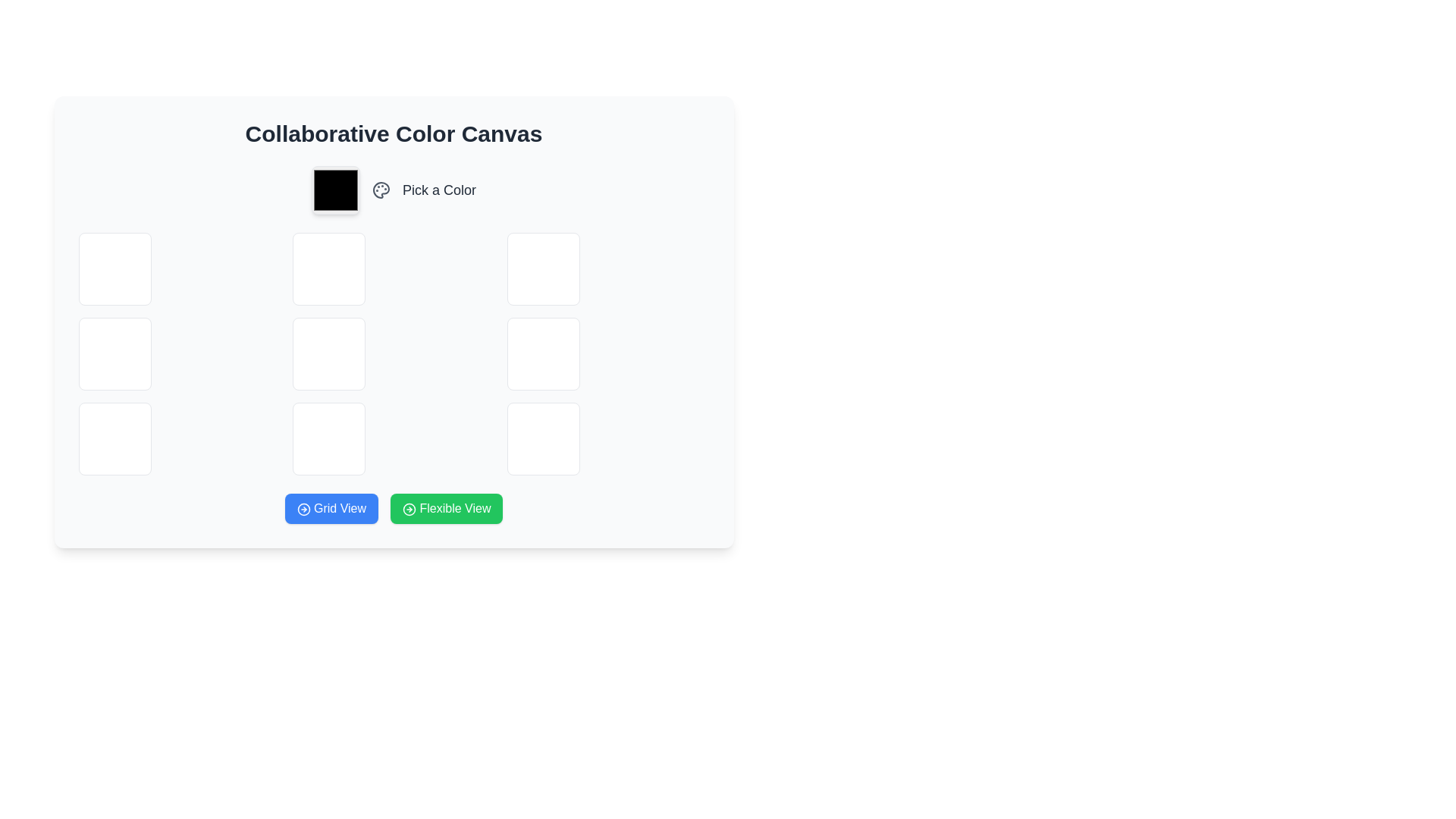  I want to click on the sixth square grid item element, which is a rectangular box with a white background and rounded corners, located in the second row and third column of a 3x3 grid layout, so click(543, 353).